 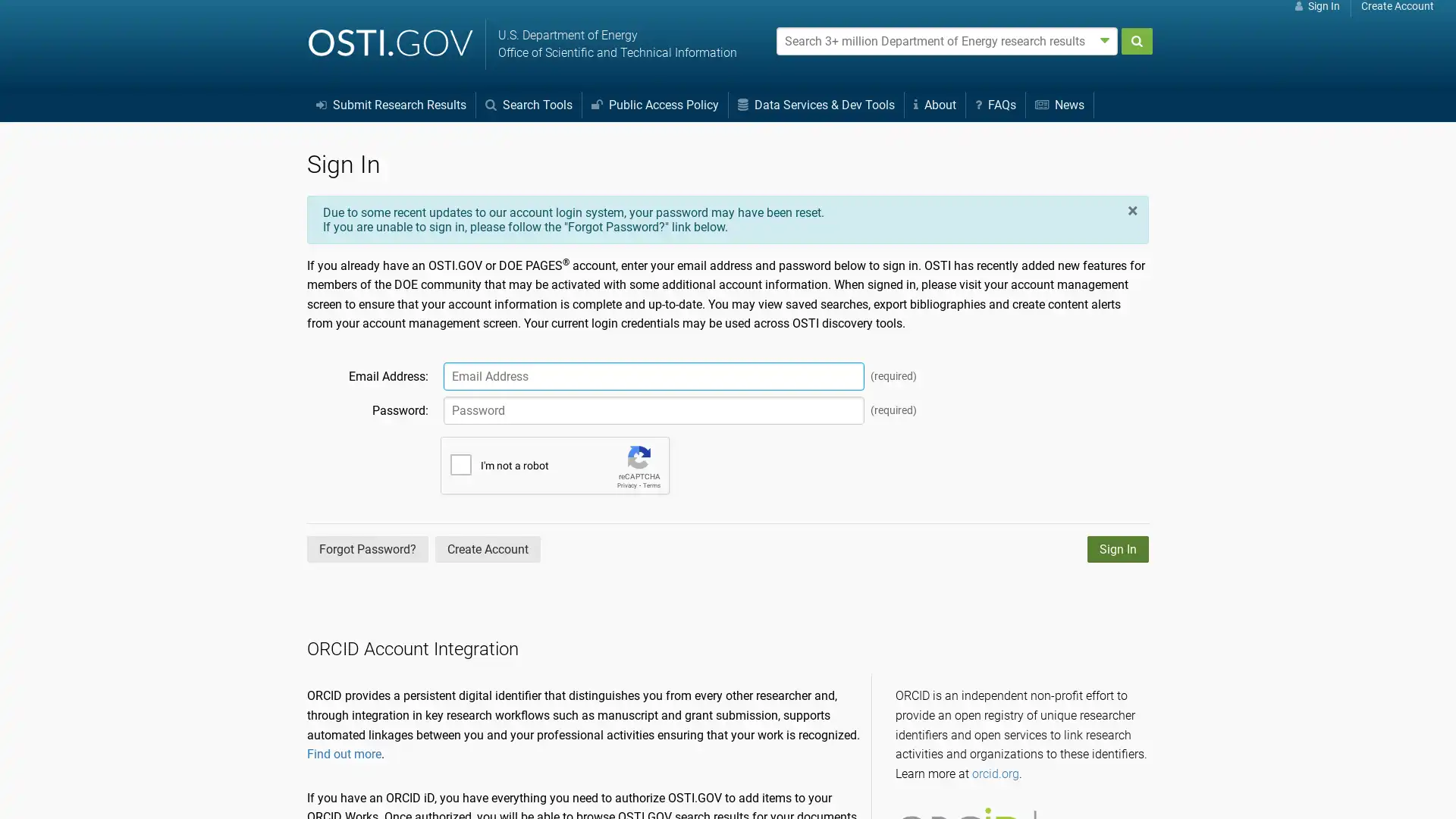 What do you see at coordinates (488, 548) in the screenshot?
I see `Create Account` at bounding box center [488, 548].